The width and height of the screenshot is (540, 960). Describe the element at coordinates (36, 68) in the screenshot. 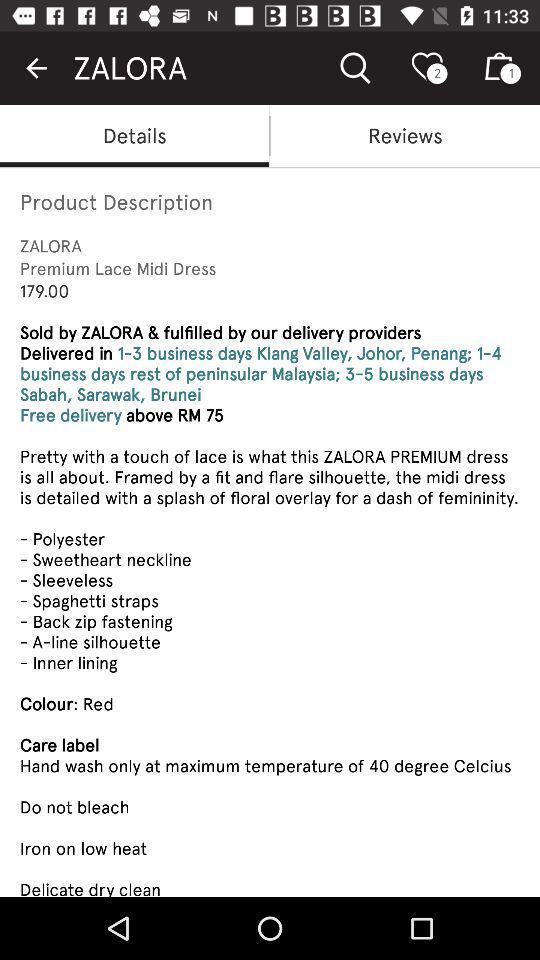

I see `the icon above details item` at that location.